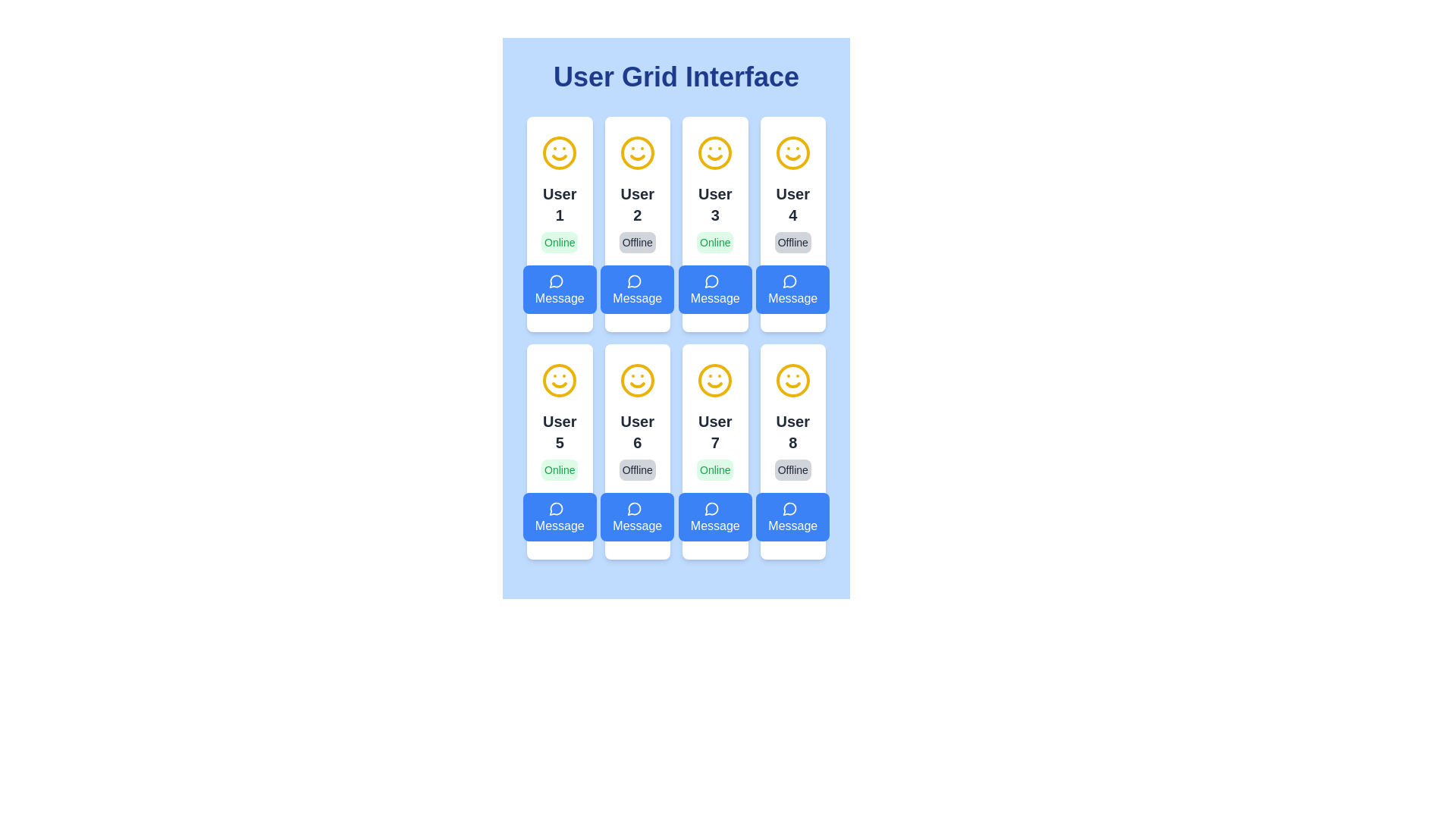  I want to click on the blue rectangular button labeled 'Message' with a speech bubble icon to initiate a message for 'User 1', so click(559, 289).